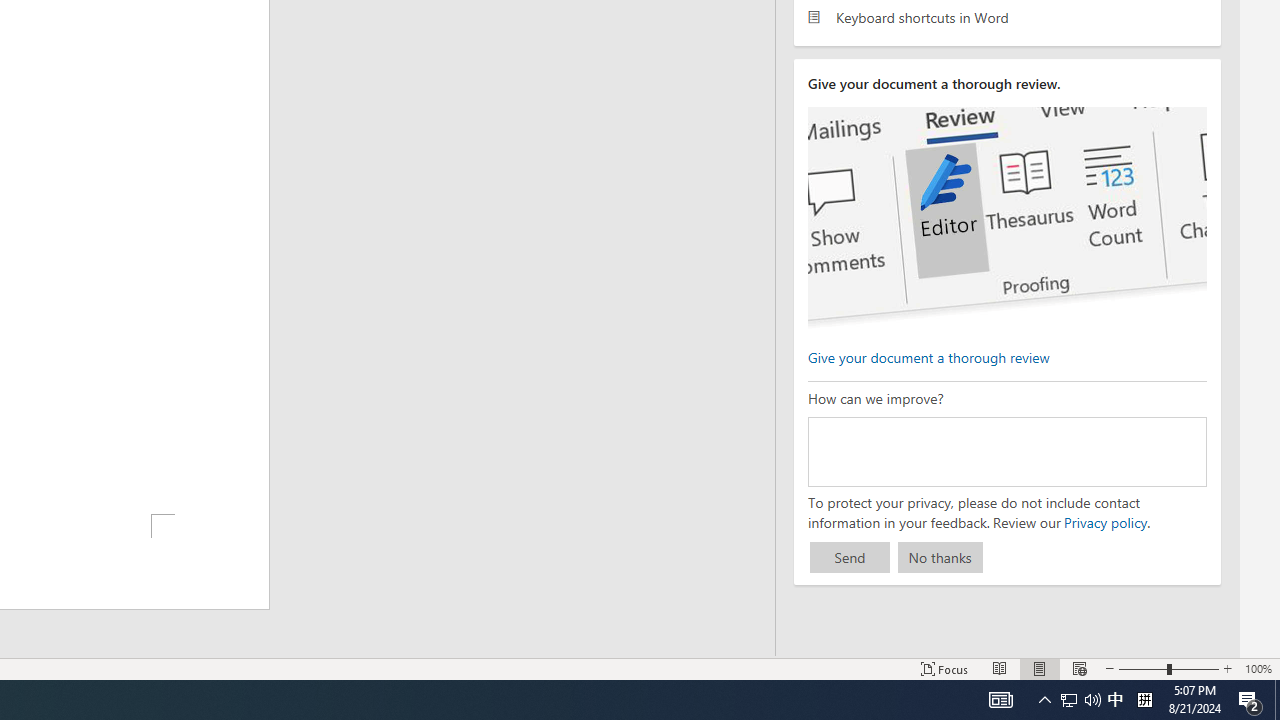  I want to click on 'No thanks', so click(939, 557).